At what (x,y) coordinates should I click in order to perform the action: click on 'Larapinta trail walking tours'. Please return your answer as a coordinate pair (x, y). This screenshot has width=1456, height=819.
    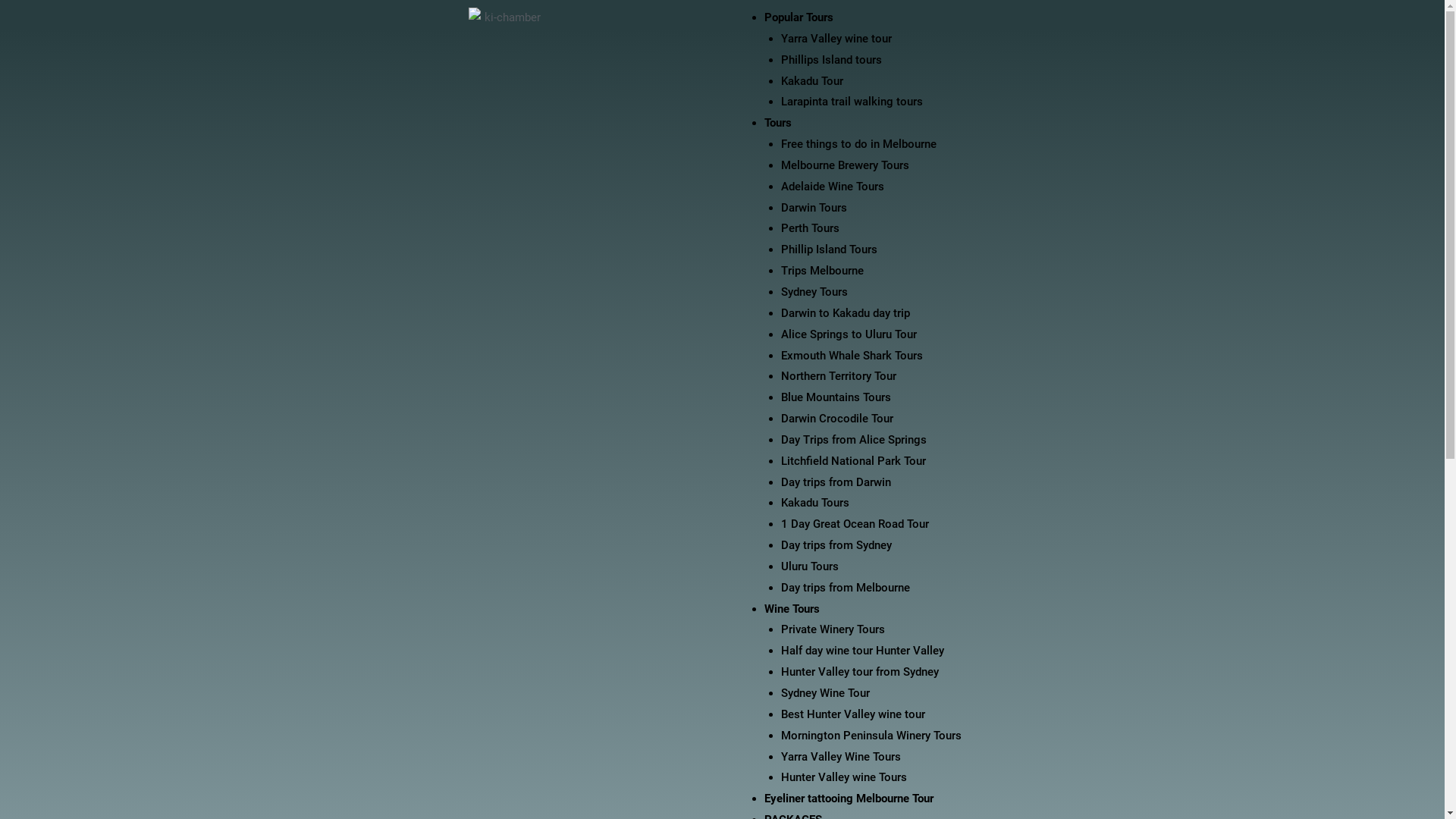
    Looking at the image, I should click on (781, 102).